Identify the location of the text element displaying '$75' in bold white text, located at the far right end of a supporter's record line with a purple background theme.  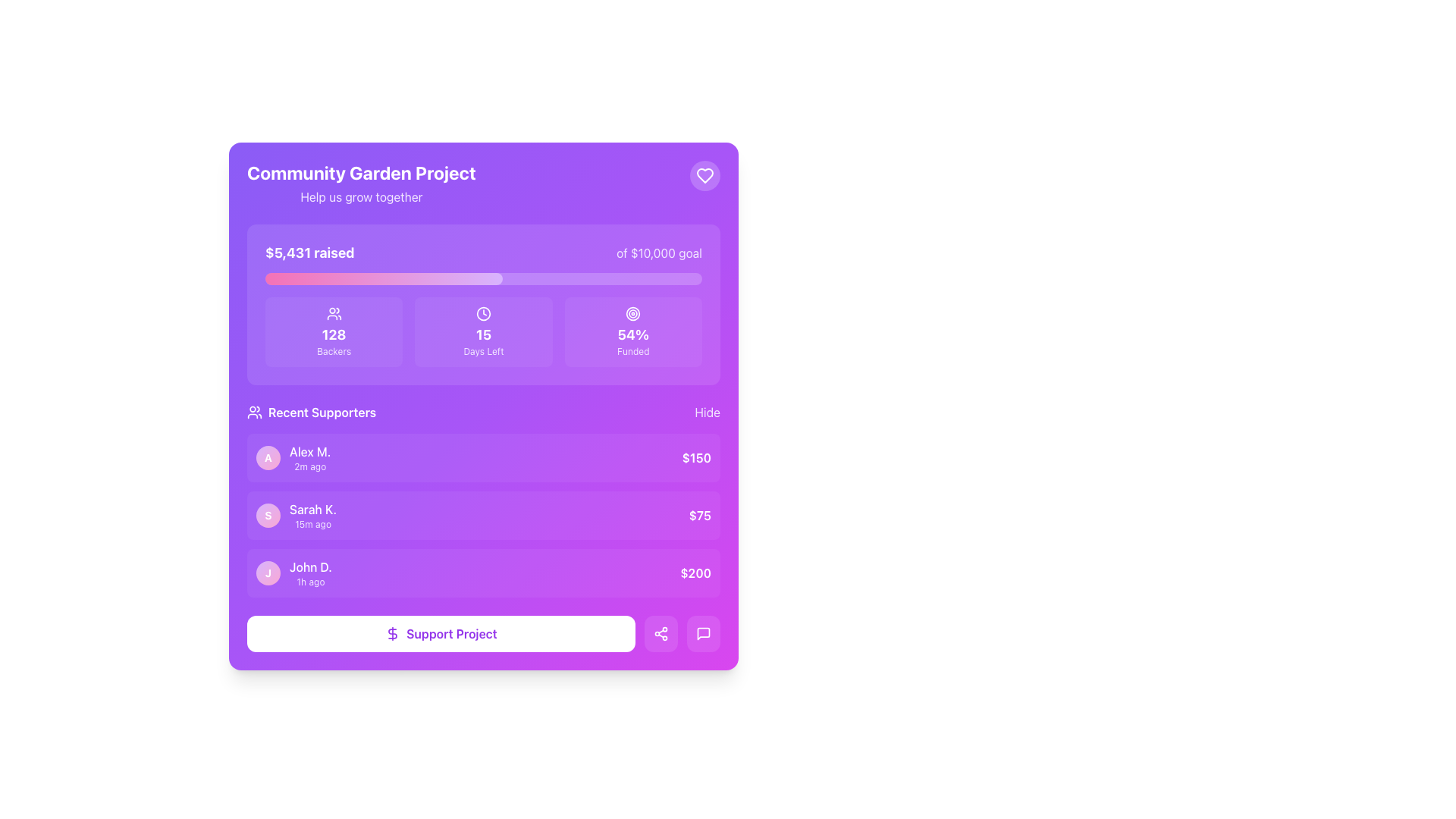
(699, 514).